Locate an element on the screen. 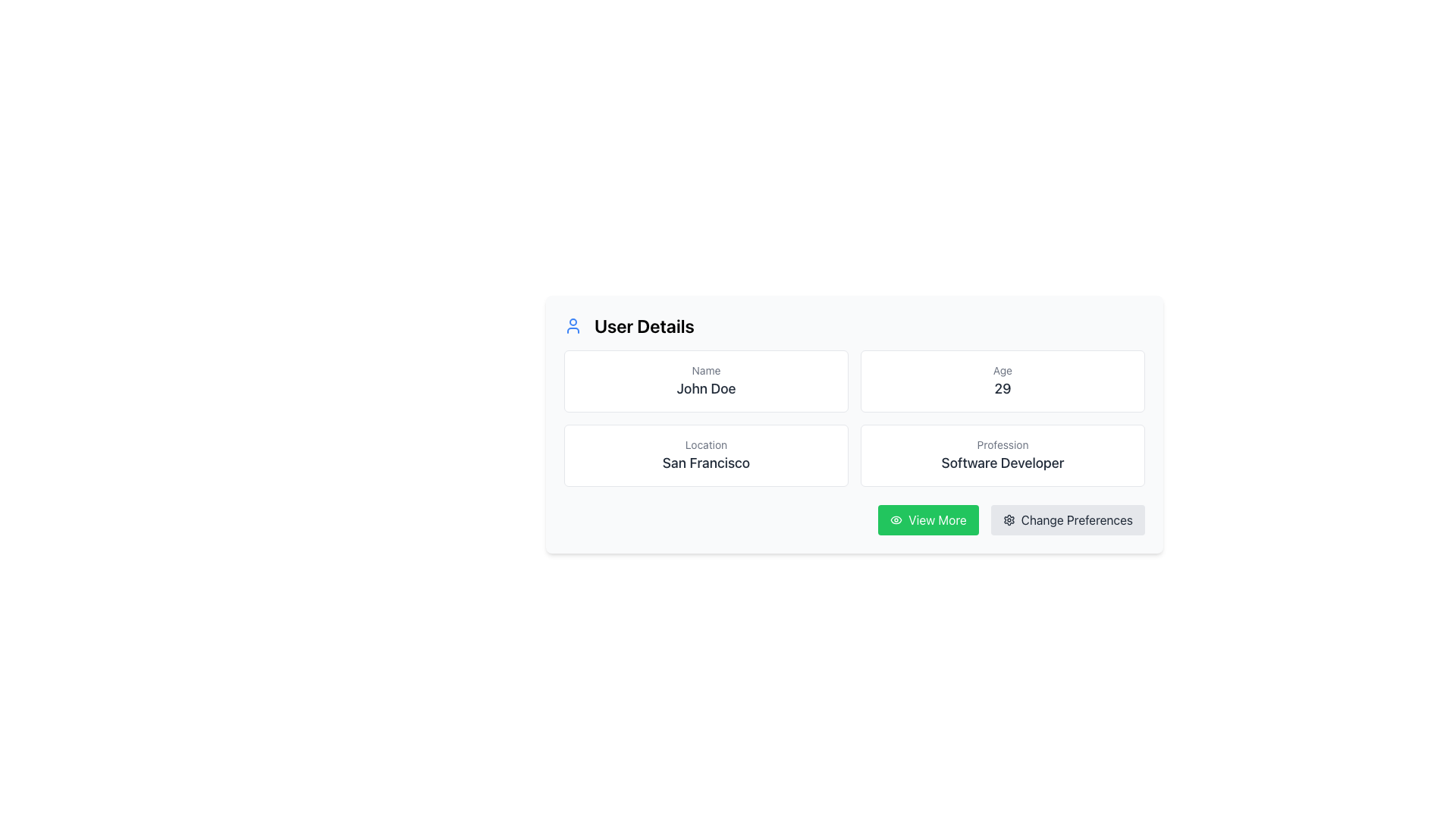  the small-sized text label reading 'Age' that is centrally aligned above the number '29' in the 'Age29' card is located at coordinates (1003, 371).